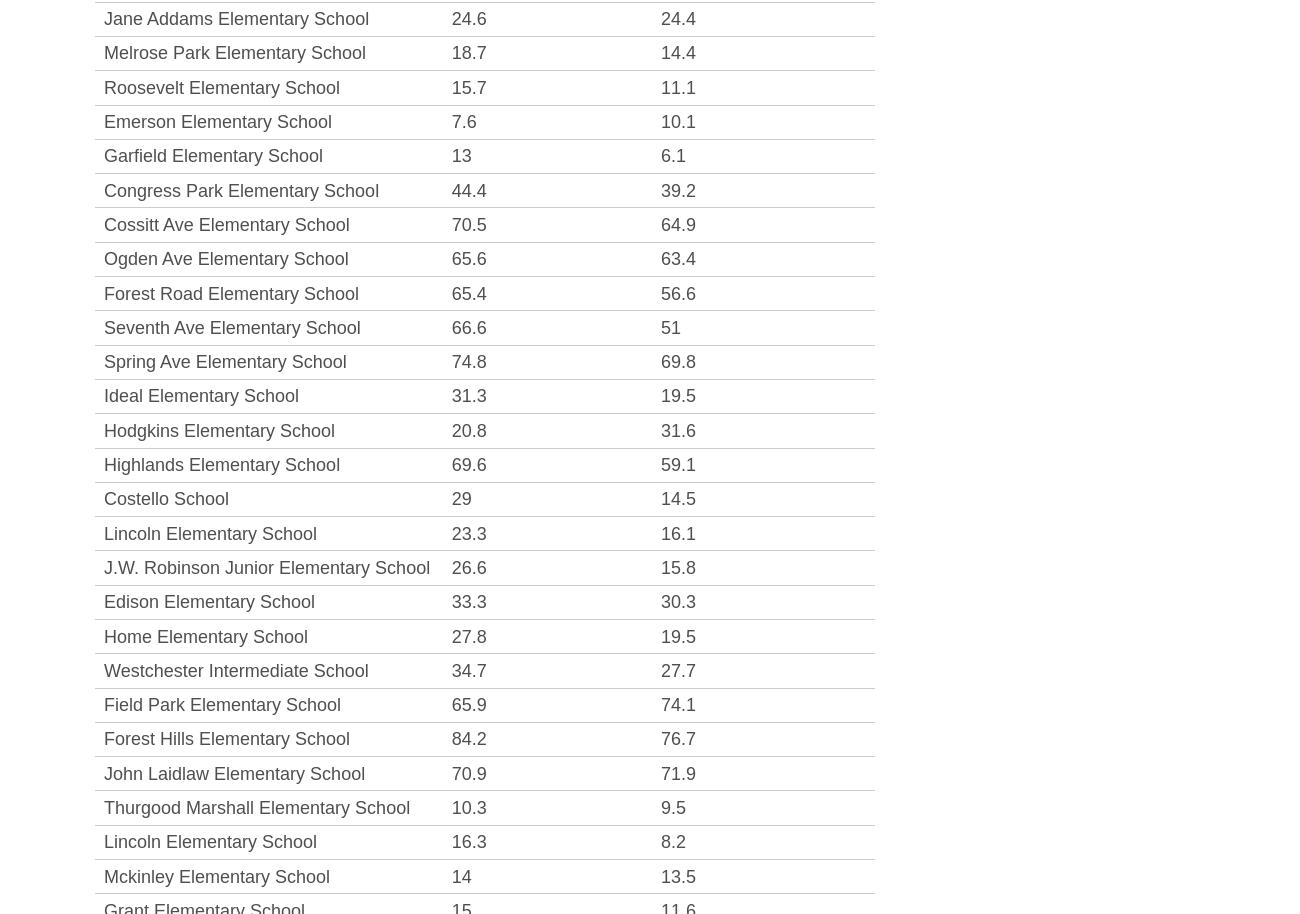 The height and width of the screenshot is (914, 1300). I want to click on '44.4', so click(467, 190).